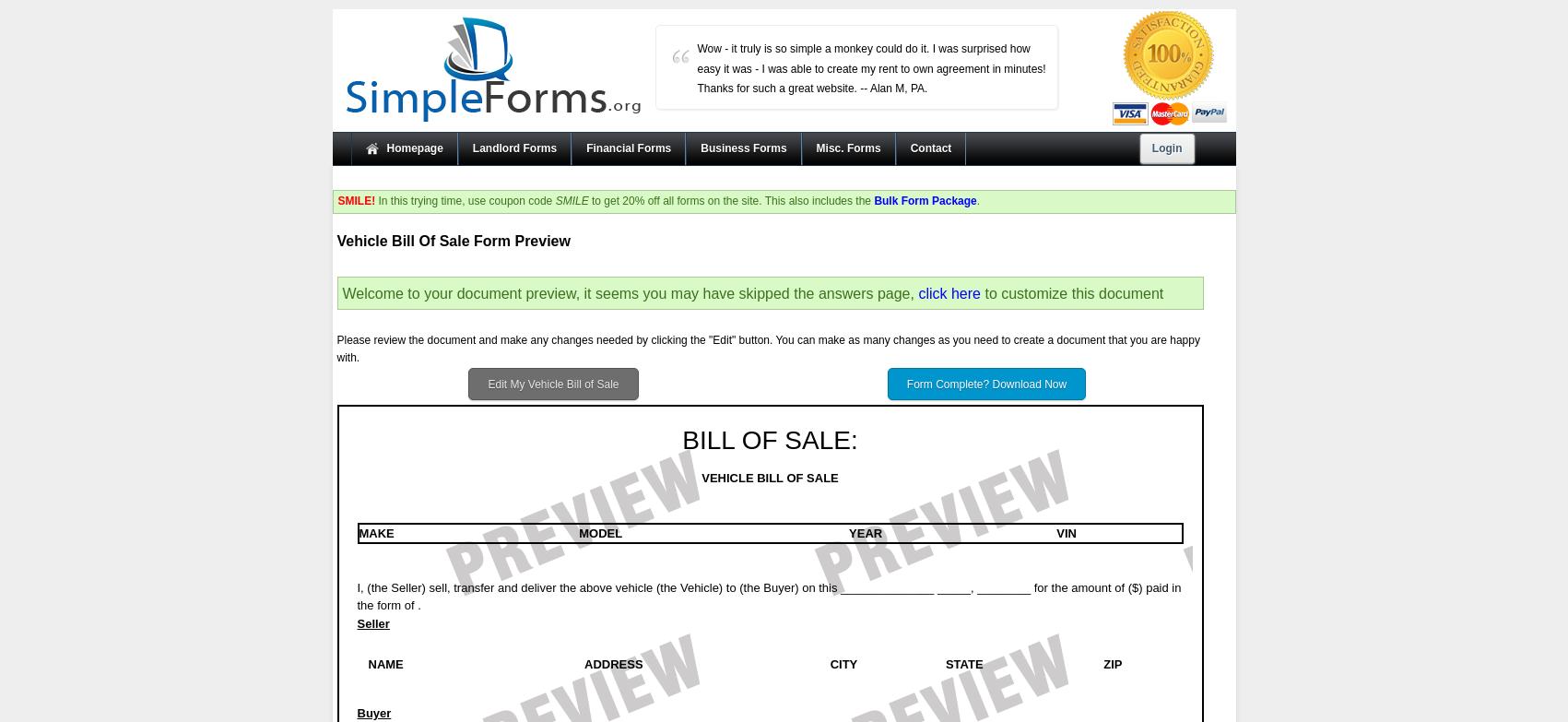 The height and width of the screenshot is (722, 1568). I want to click on 'ADDRESS', so click(612, 662).